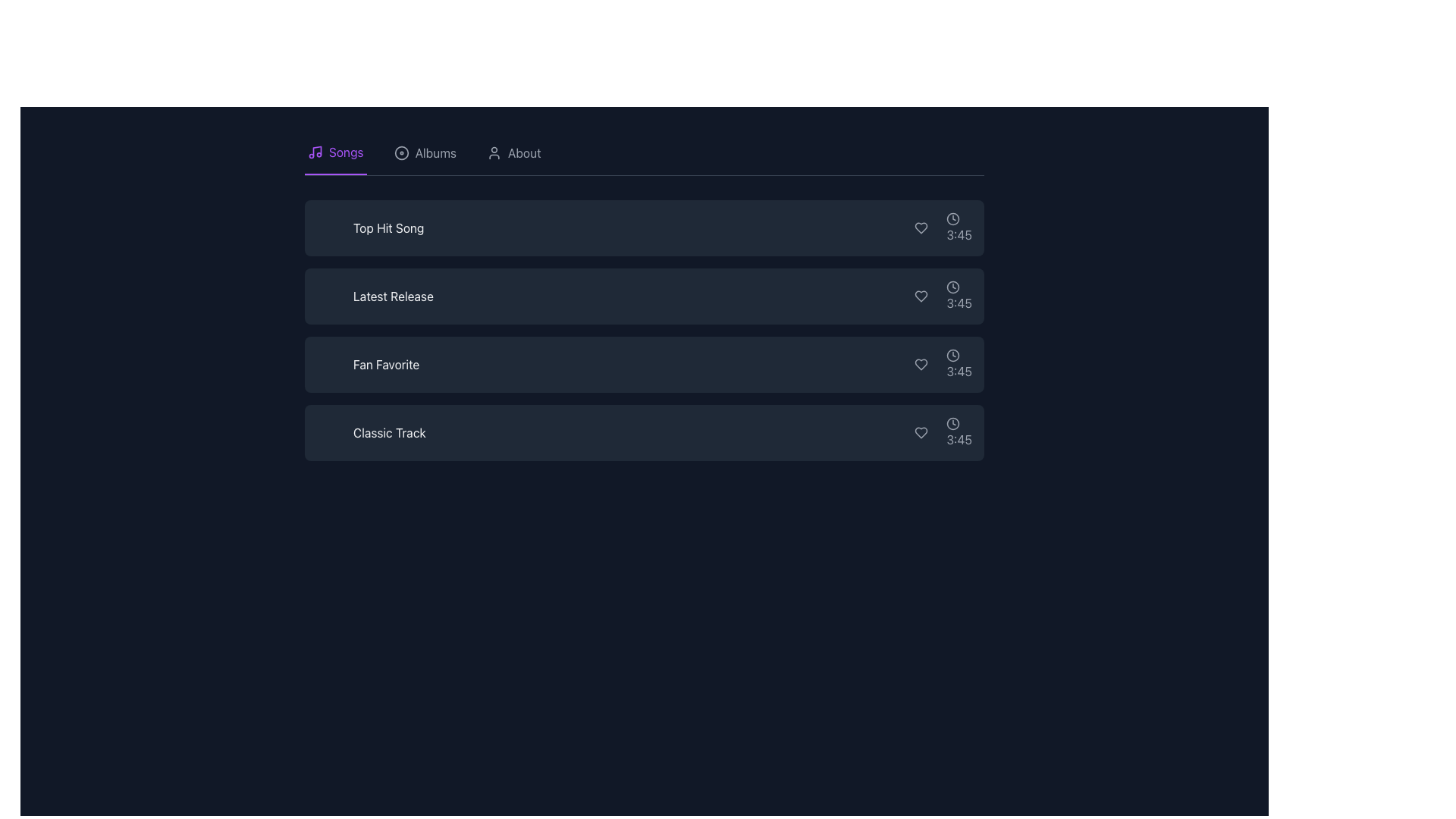 Image resolution: width=1456 pixels, height=819 pixels. I want to click on the 'Songs' tab in the navigation bar, which is the first tab on the far left with a purple underline, to potentially see a tooltip, so click(334, 152).